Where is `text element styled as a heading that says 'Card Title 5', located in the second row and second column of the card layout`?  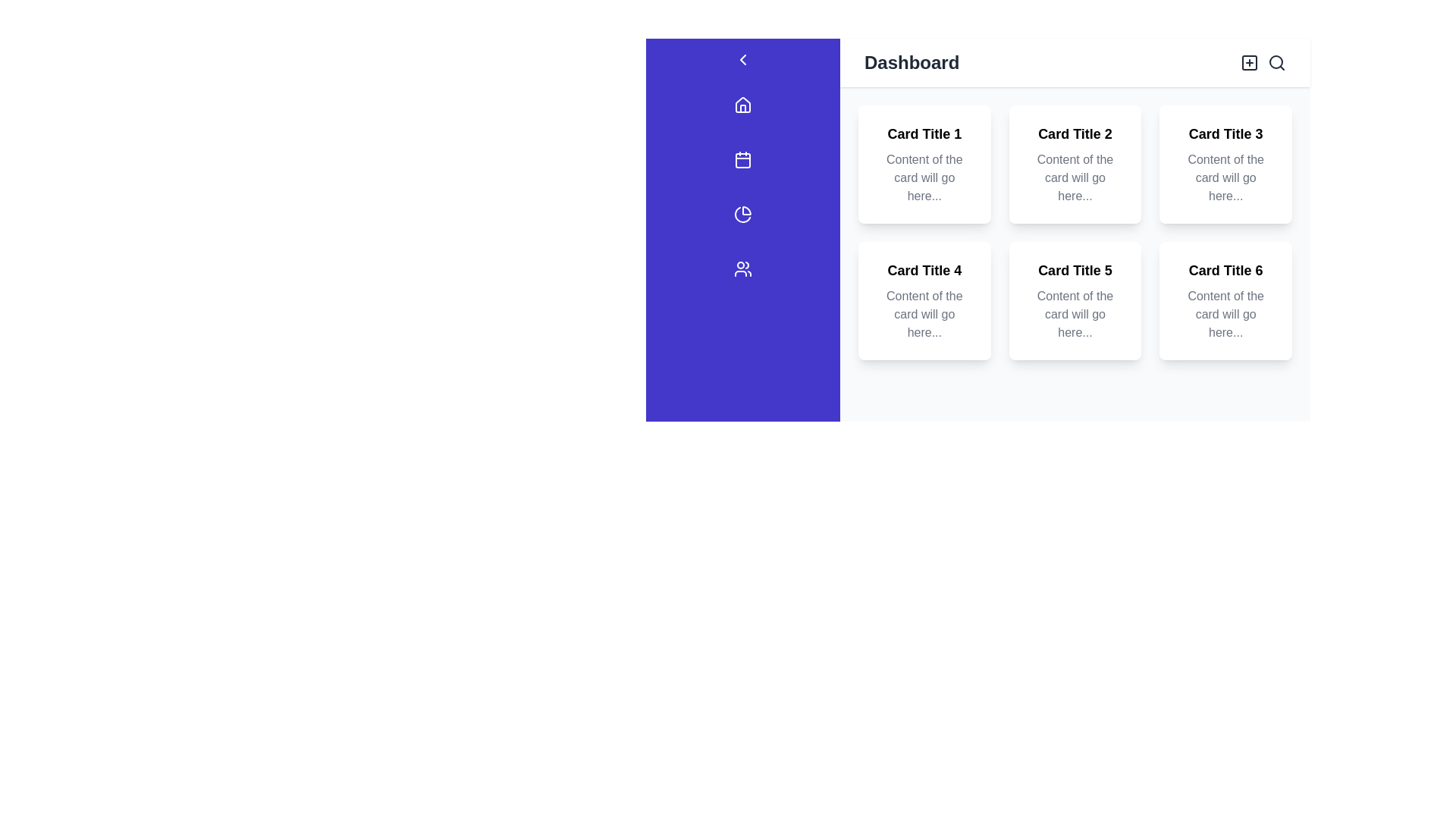 text element styled as a heading that says 'Card Title 5', located in the second row and second column of the card layout is located at coordinates (1074, 270).